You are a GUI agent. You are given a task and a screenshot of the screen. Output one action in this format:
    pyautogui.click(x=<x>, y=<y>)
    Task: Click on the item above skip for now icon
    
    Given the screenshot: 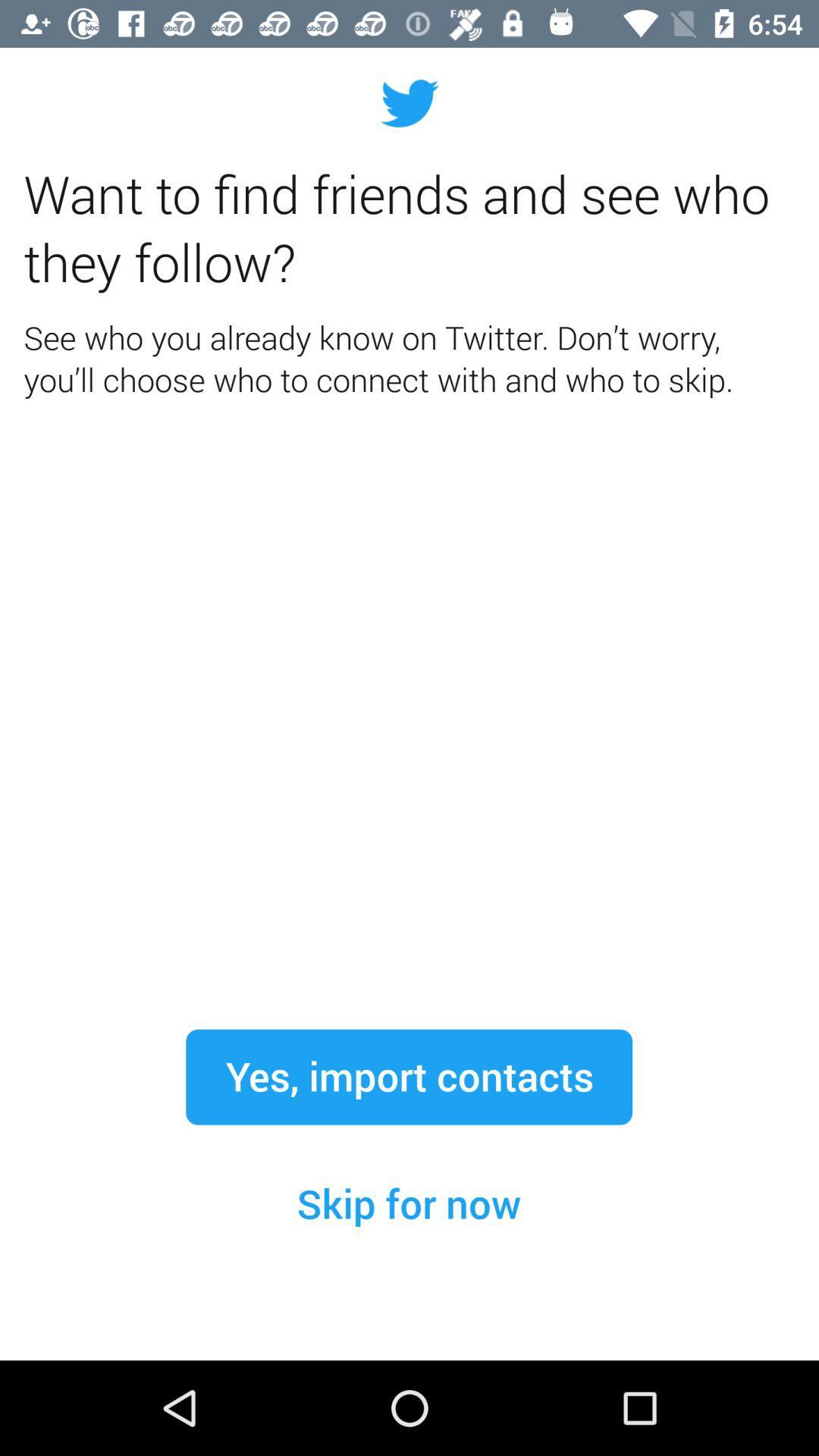 What is the action you would take?
    pyautogui.click(x=408, y=1076)
    